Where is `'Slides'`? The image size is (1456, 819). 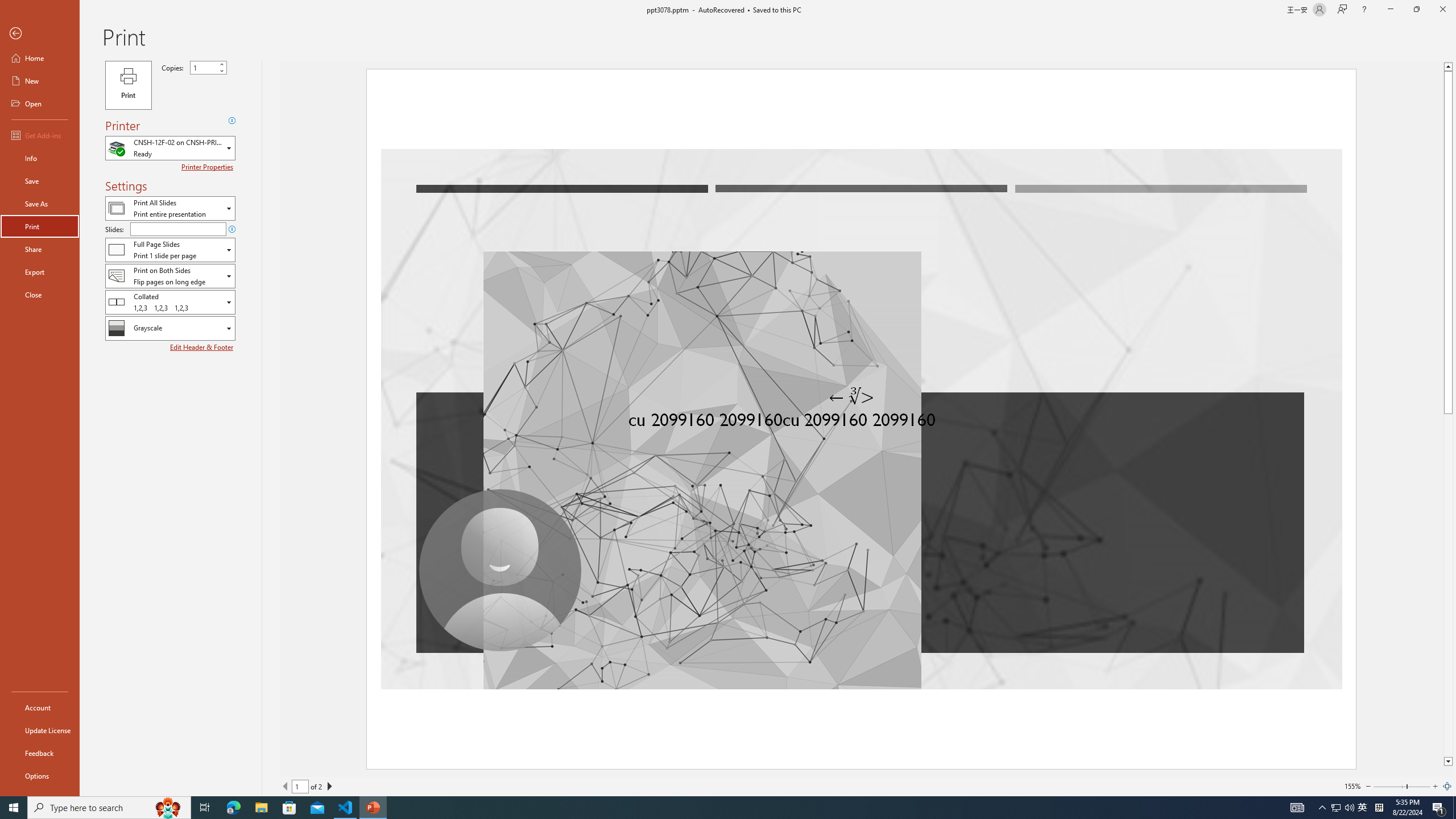 'Slides' is located at coordinates (178, 229).